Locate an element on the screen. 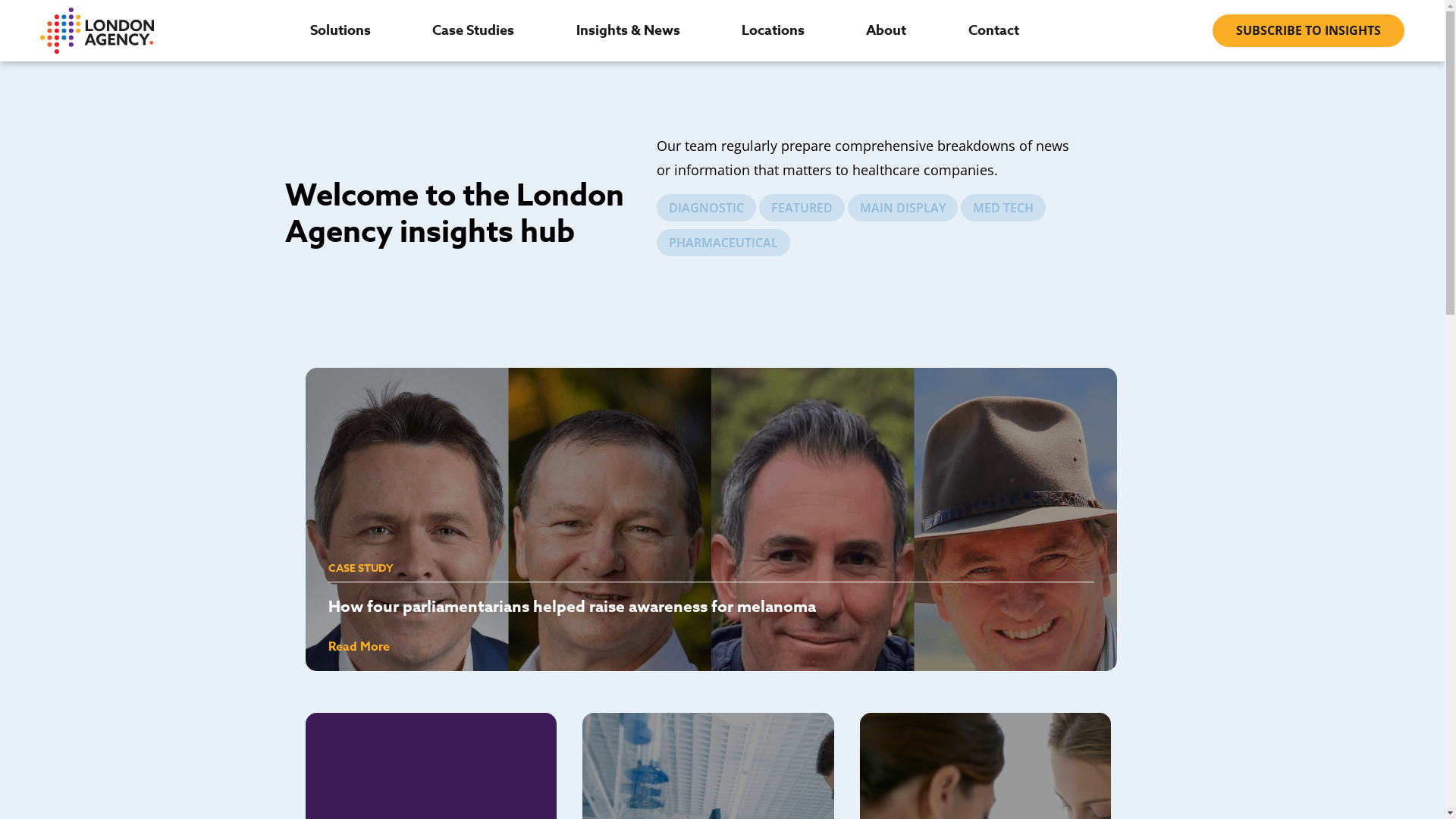 This screenshot has height=819, width=1456. 'FEATURED' is located at coordinates (801, 207).